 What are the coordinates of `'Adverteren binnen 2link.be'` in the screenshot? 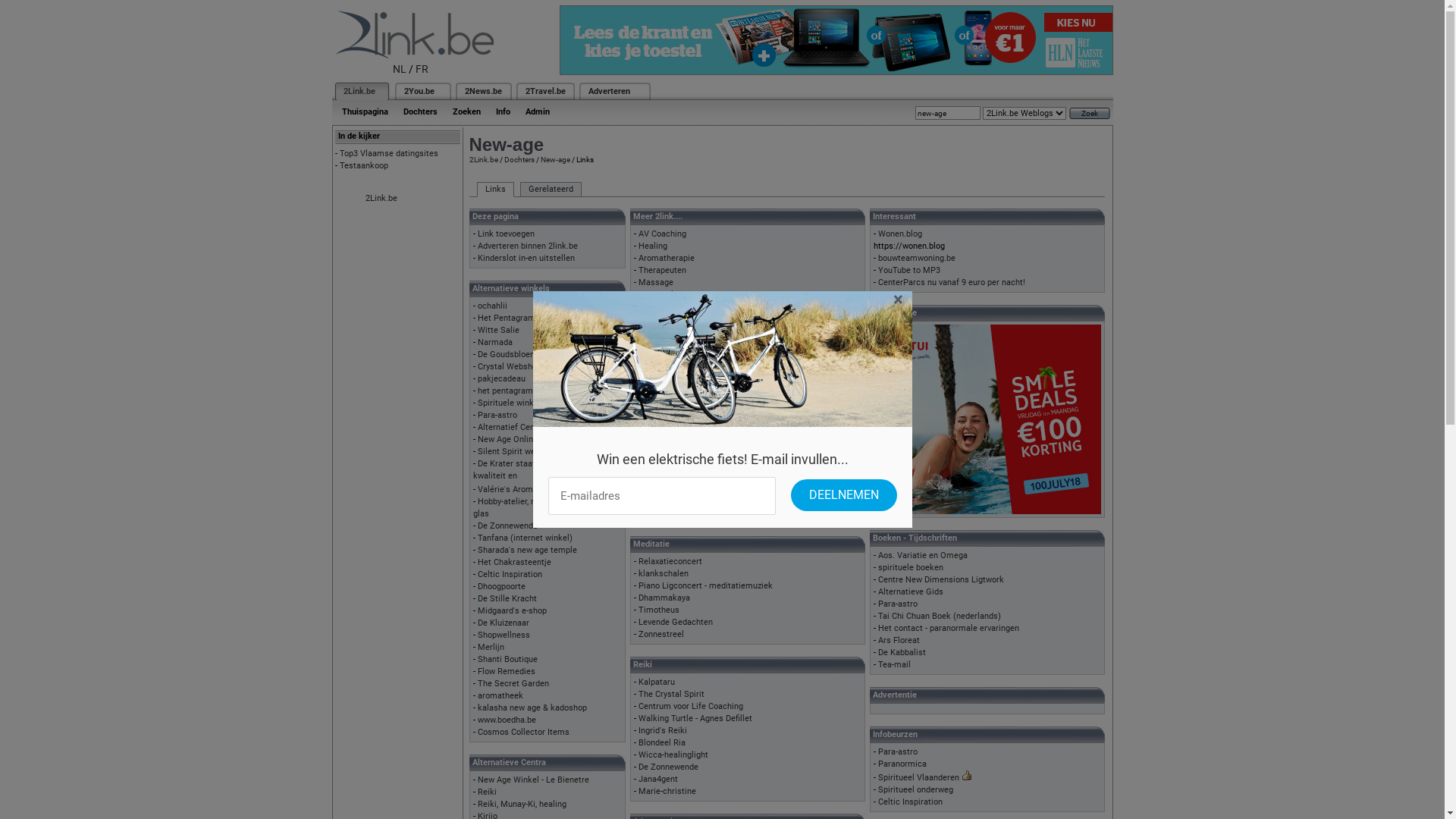 It's located at (528, 245).